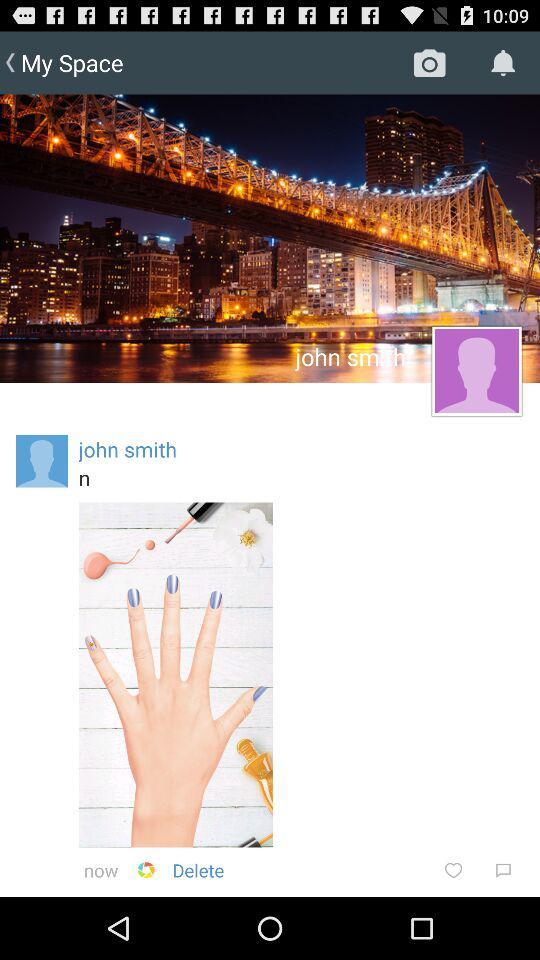 The image size is (540, 960). I want to click on item below the n, so click(453, 869).